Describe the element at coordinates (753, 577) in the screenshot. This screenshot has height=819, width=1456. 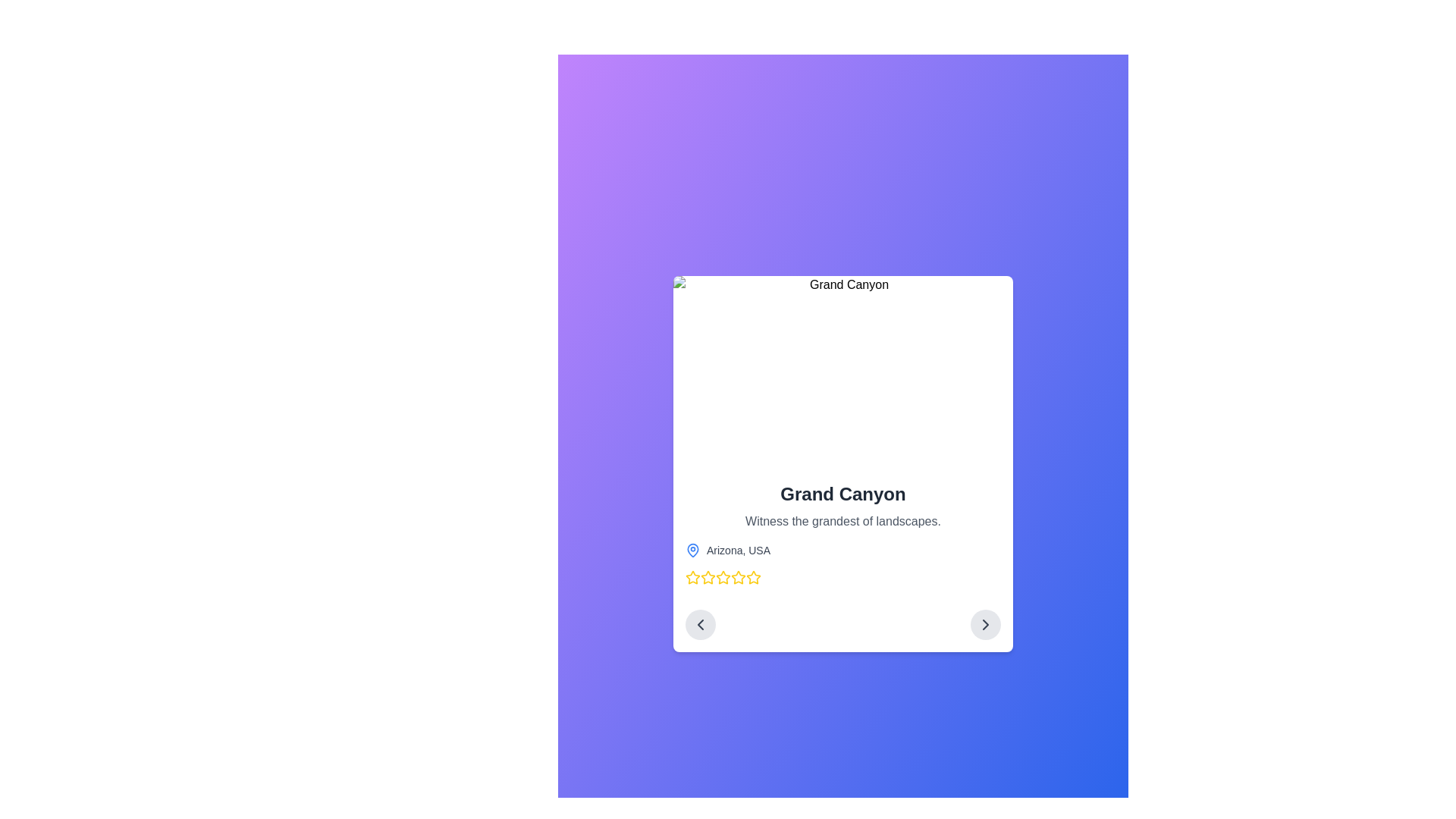
I see `the fourth star-shaped icon in the rating system below 'Arizona, USA' to rate it` at that location.